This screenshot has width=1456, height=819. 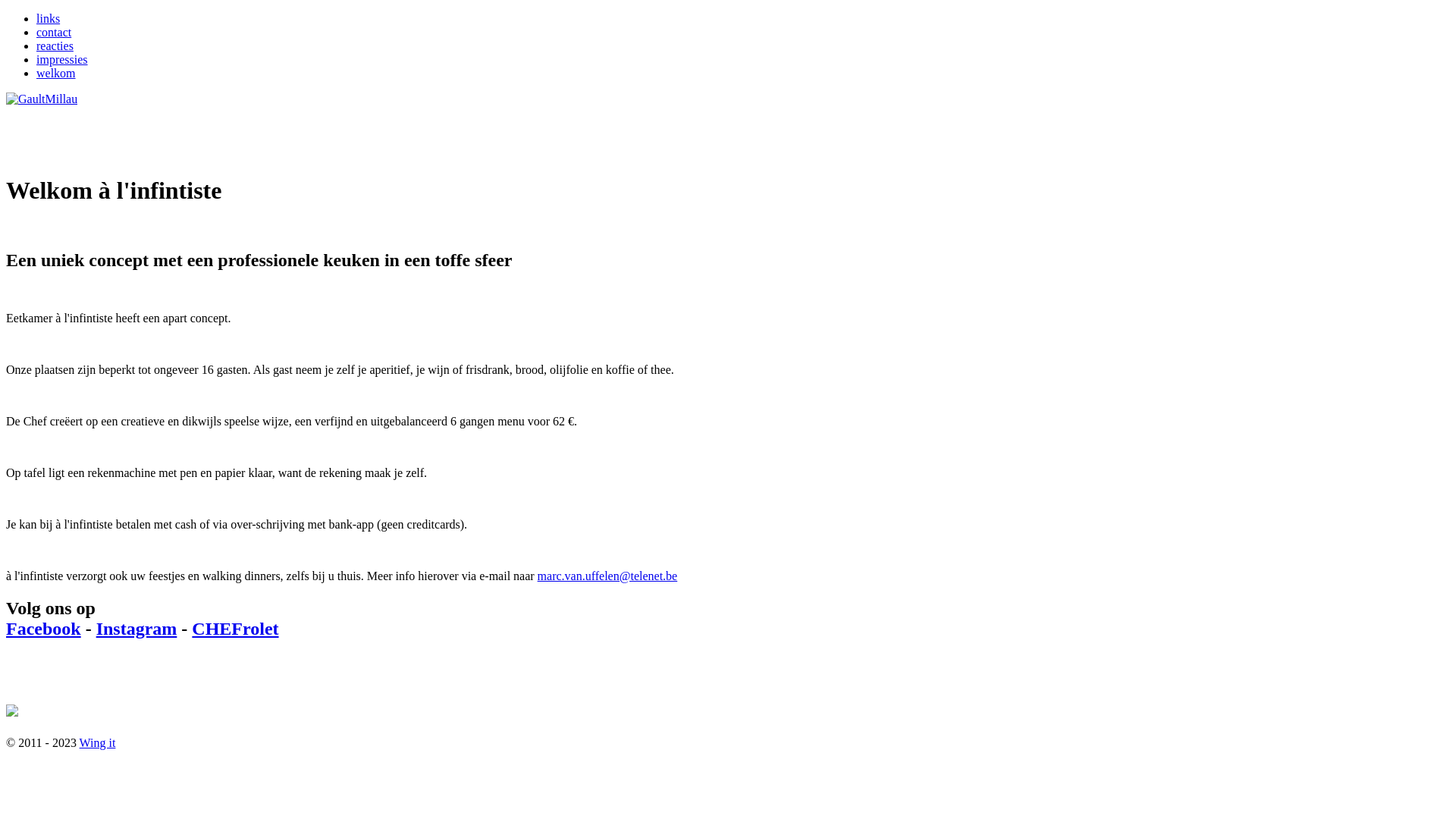 I want to click on 'links', so click(x=48, y=18).